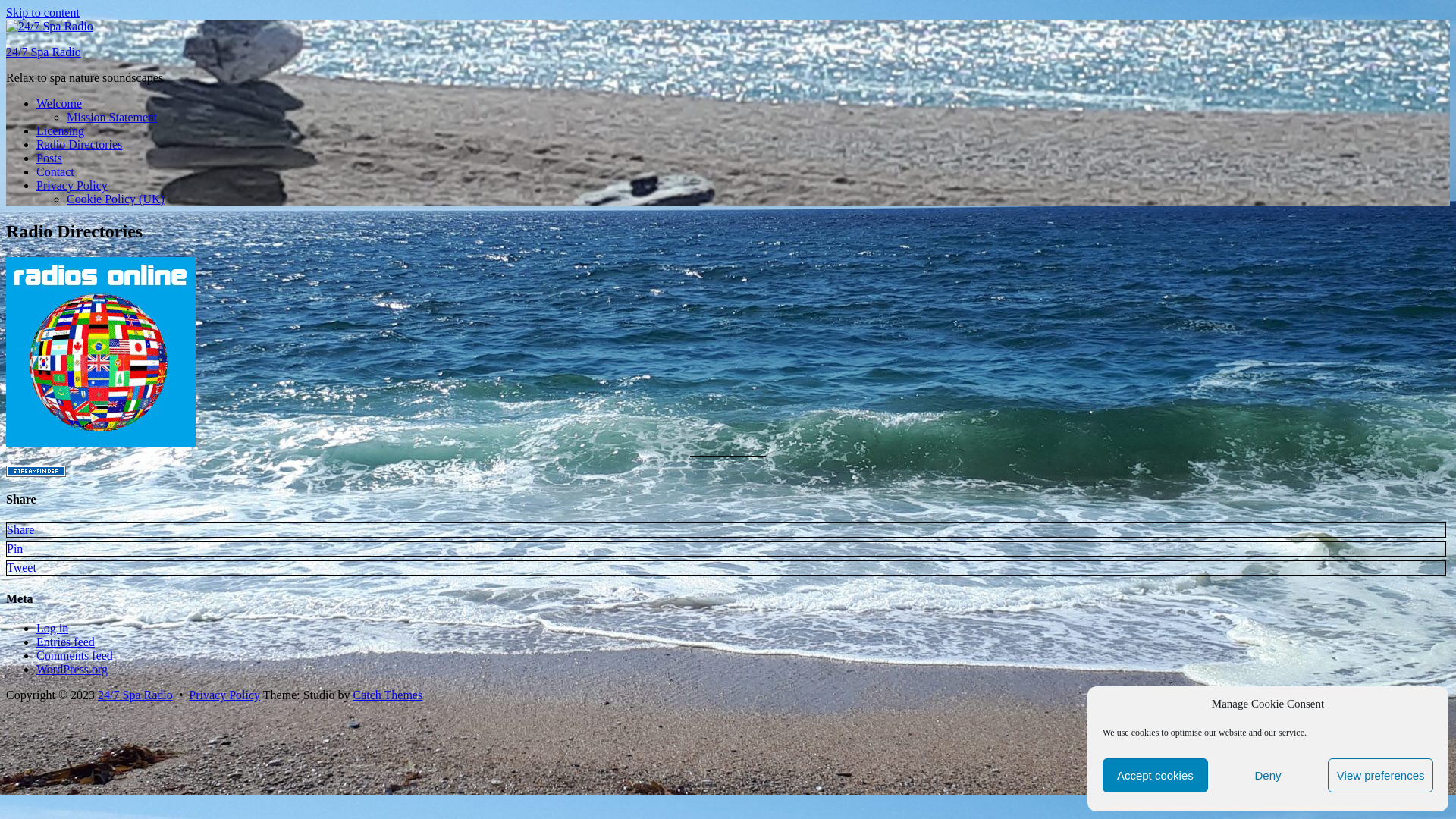  Describe the element at coordinates (111, 116) in the screenshot. I see `'Mission Statement'` at that location.